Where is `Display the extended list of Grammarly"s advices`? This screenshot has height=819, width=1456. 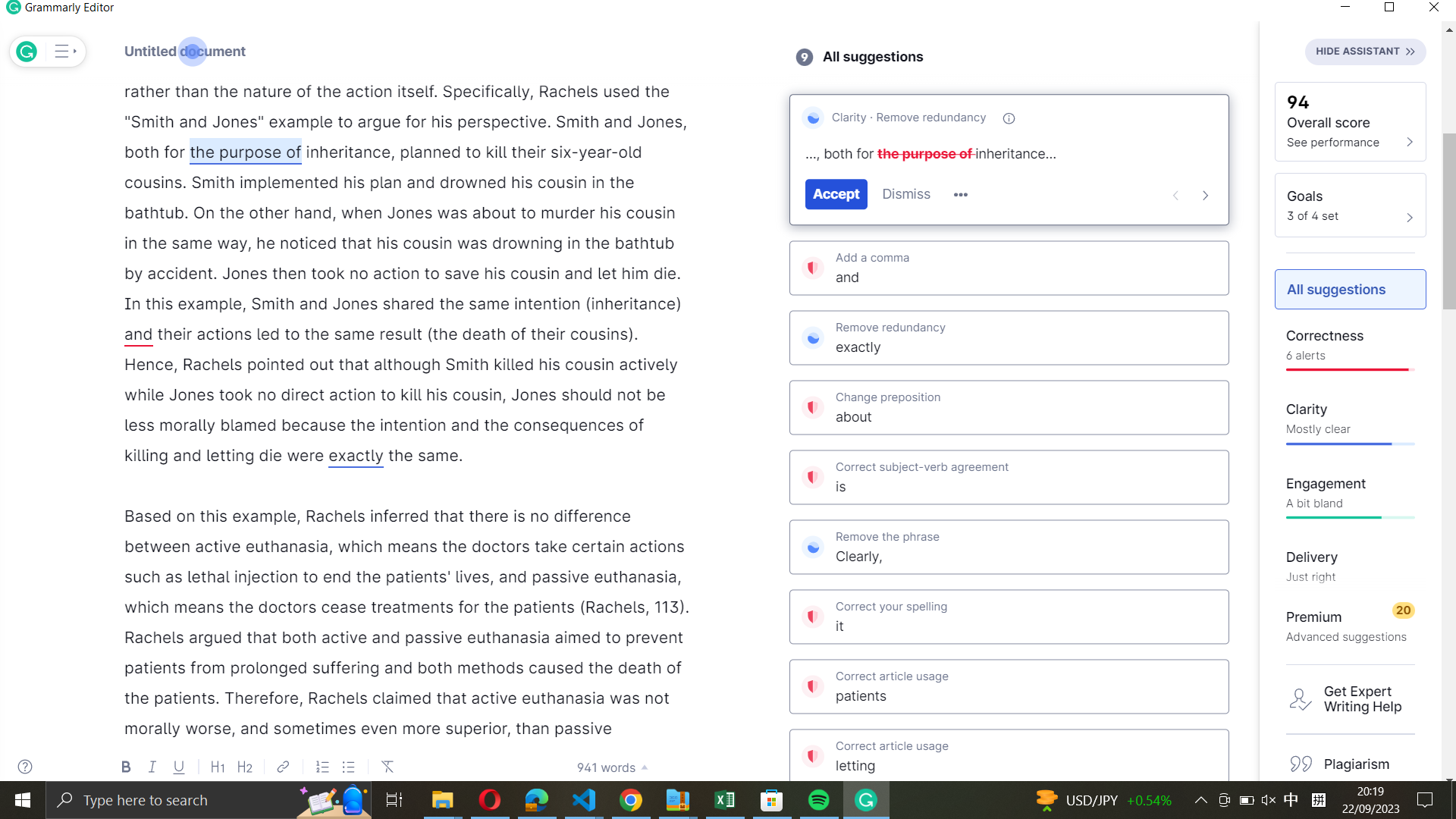 Display the extended list of Grammarly"s advices is located at coordinates (62, 51).